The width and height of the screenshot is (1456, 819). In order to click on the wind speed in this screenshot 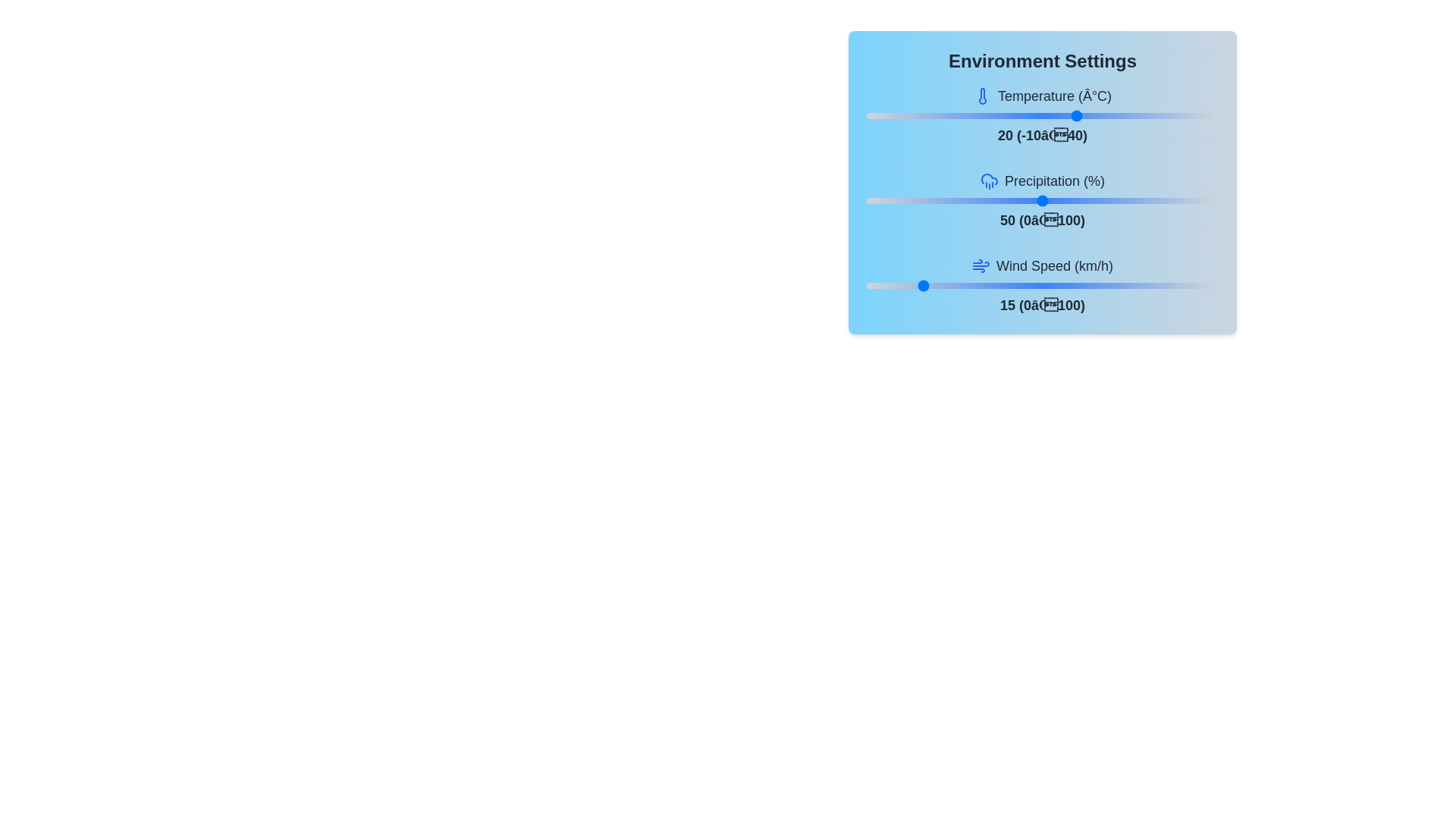, I will do `click(870, 286)`.